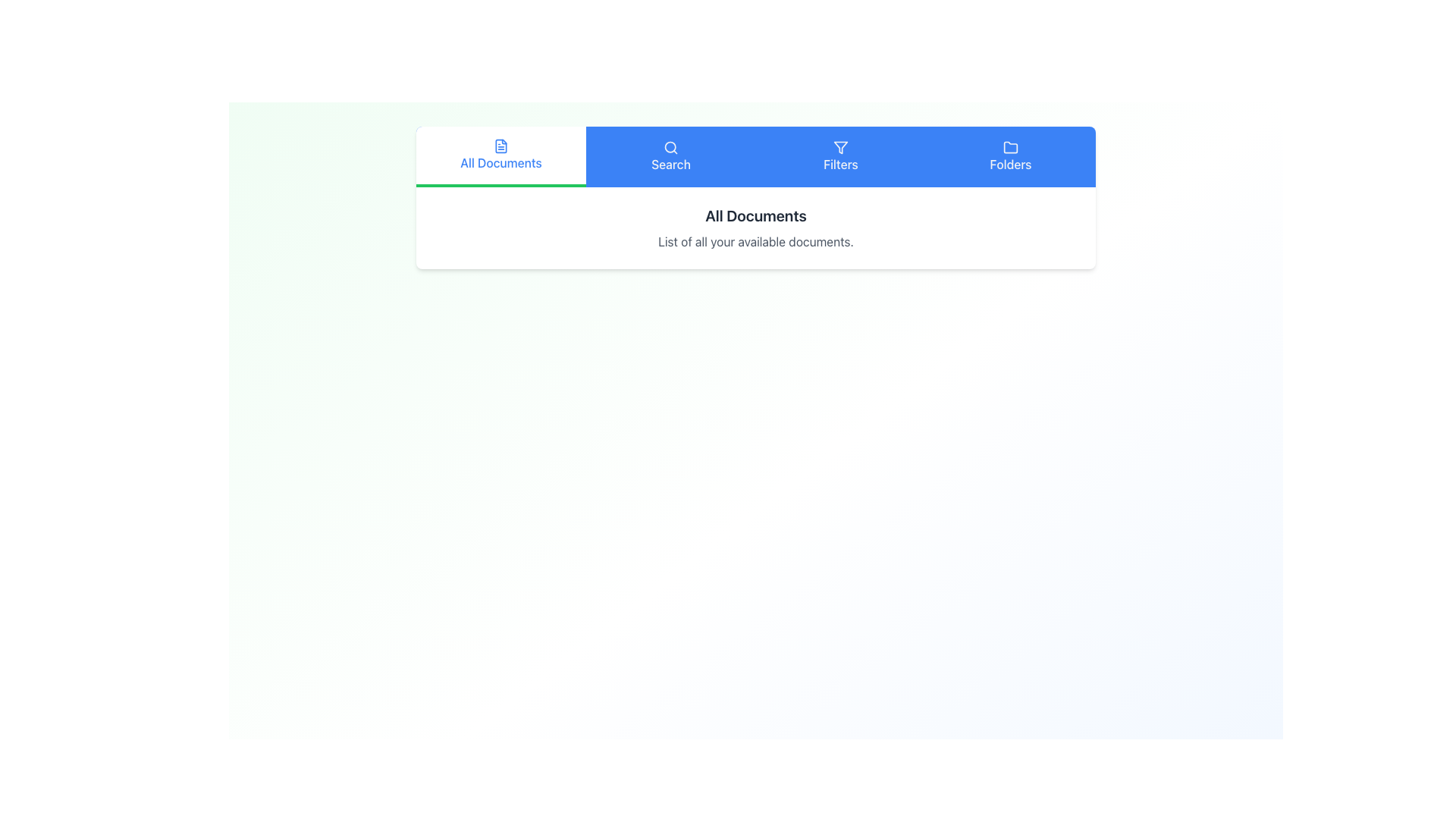 The width and height of the screenshot is (1456, 819). Describe the element at coordinates (501, 157) in the screenshot. I see `the first button in the horizontal row at the top of the page` at that location.